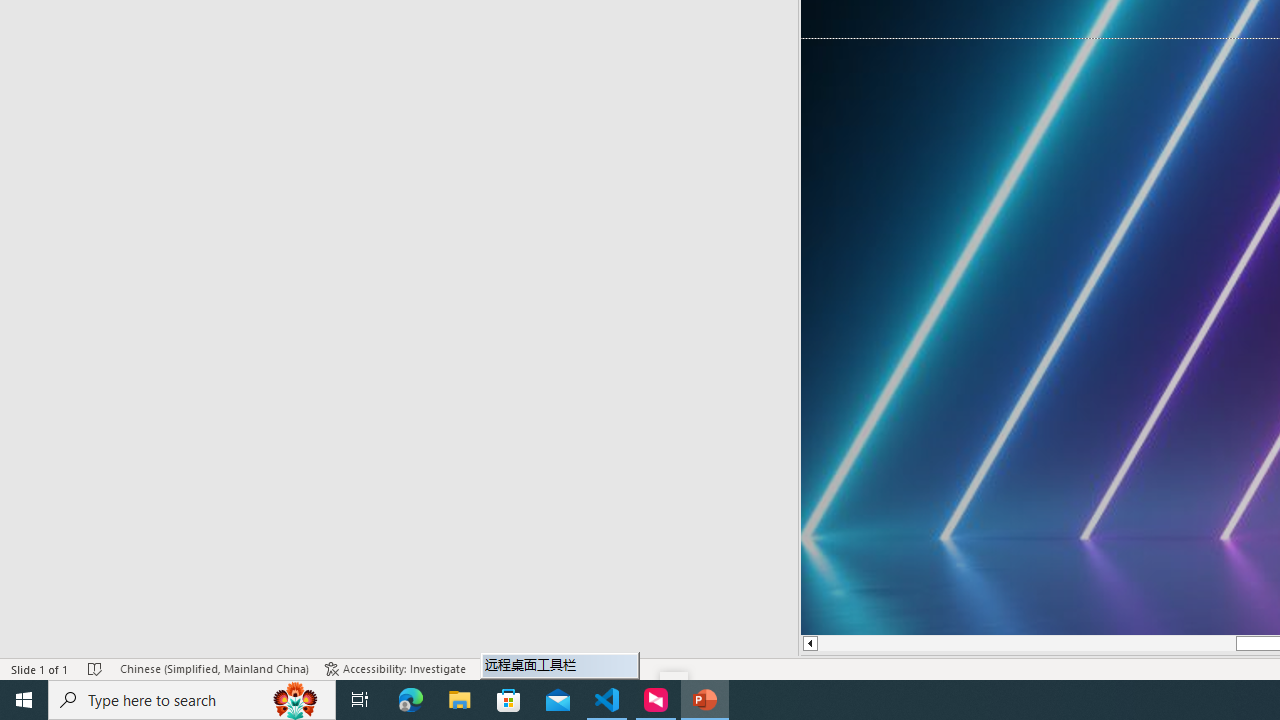 The image size is (1280, 720). Describe the element at coordinates (395, 669) in the screenshot. I see `'Accessibility Checker Accessibility: Investigate'` at that location.